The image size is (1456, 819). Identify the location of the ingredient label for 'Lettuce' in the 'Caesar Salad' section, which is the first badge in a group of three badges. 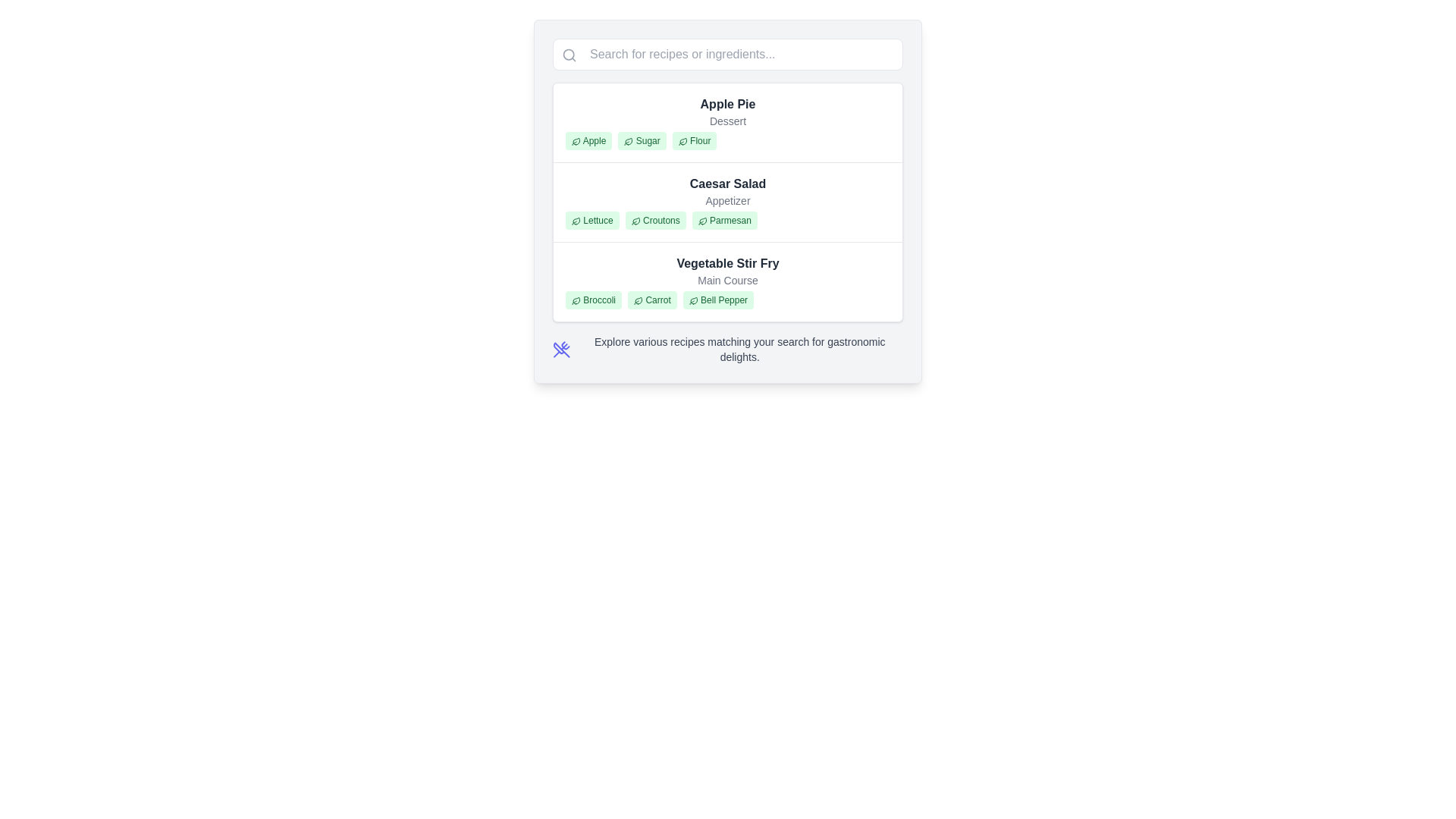
(591, 220).